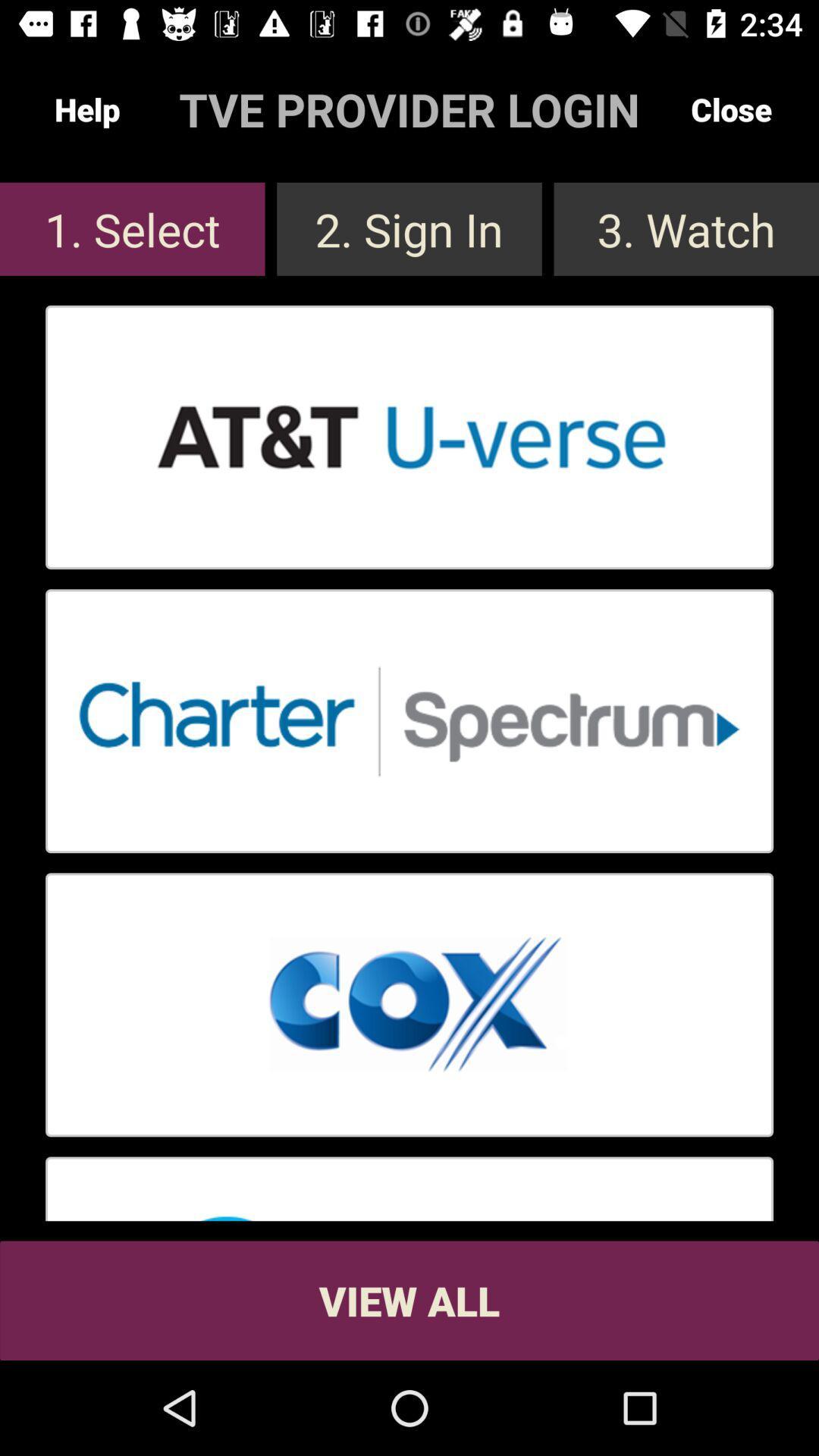  What do you see at coordinates (87, 108) in the screenshot?
I see `app next to tve provider login` at bounding box center [87, 108].